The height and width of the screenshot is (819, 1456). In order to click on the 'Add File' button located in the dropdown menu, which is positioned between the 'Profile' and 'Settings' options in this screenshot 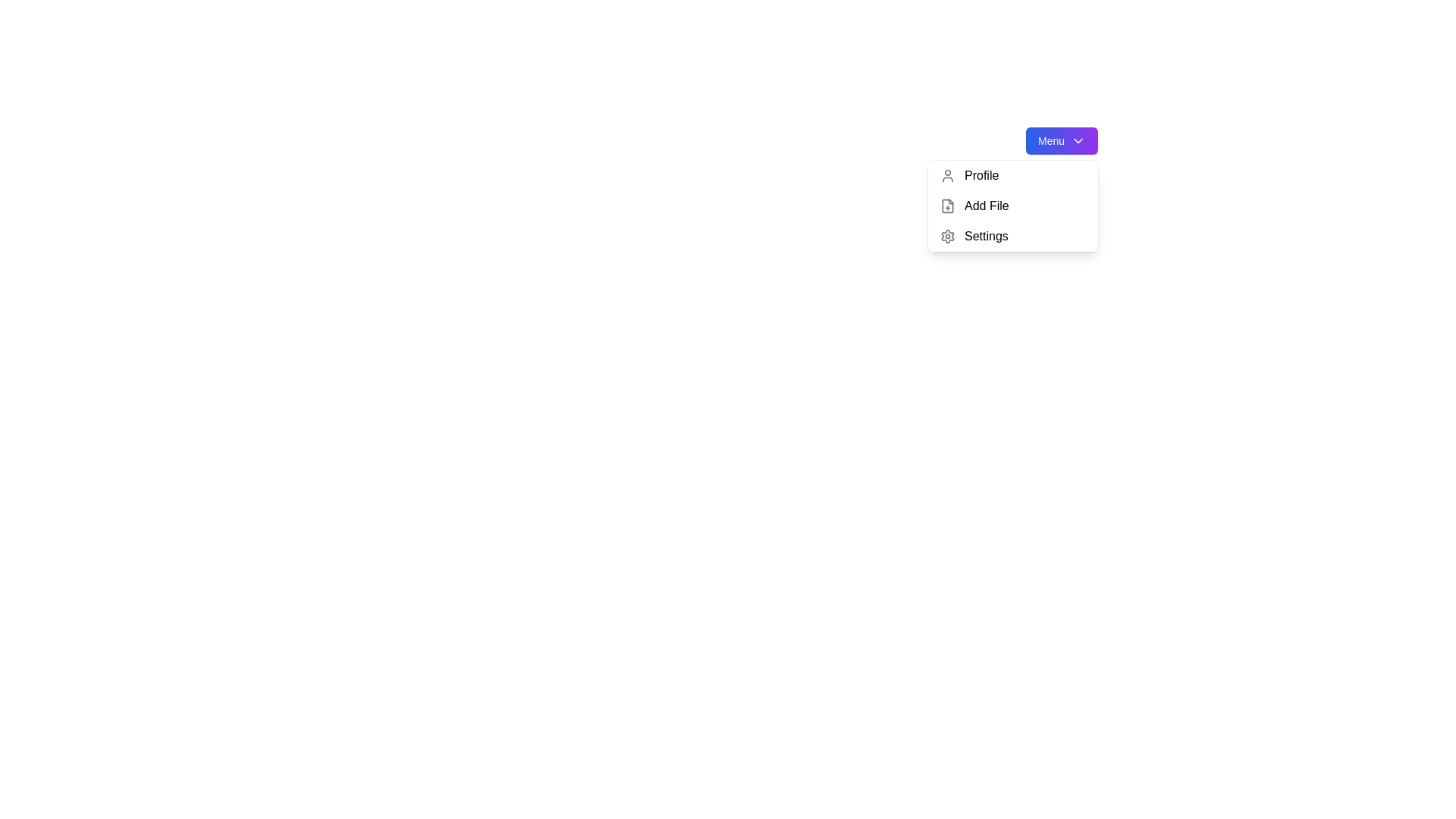, I will do `click(1012, 206)`.